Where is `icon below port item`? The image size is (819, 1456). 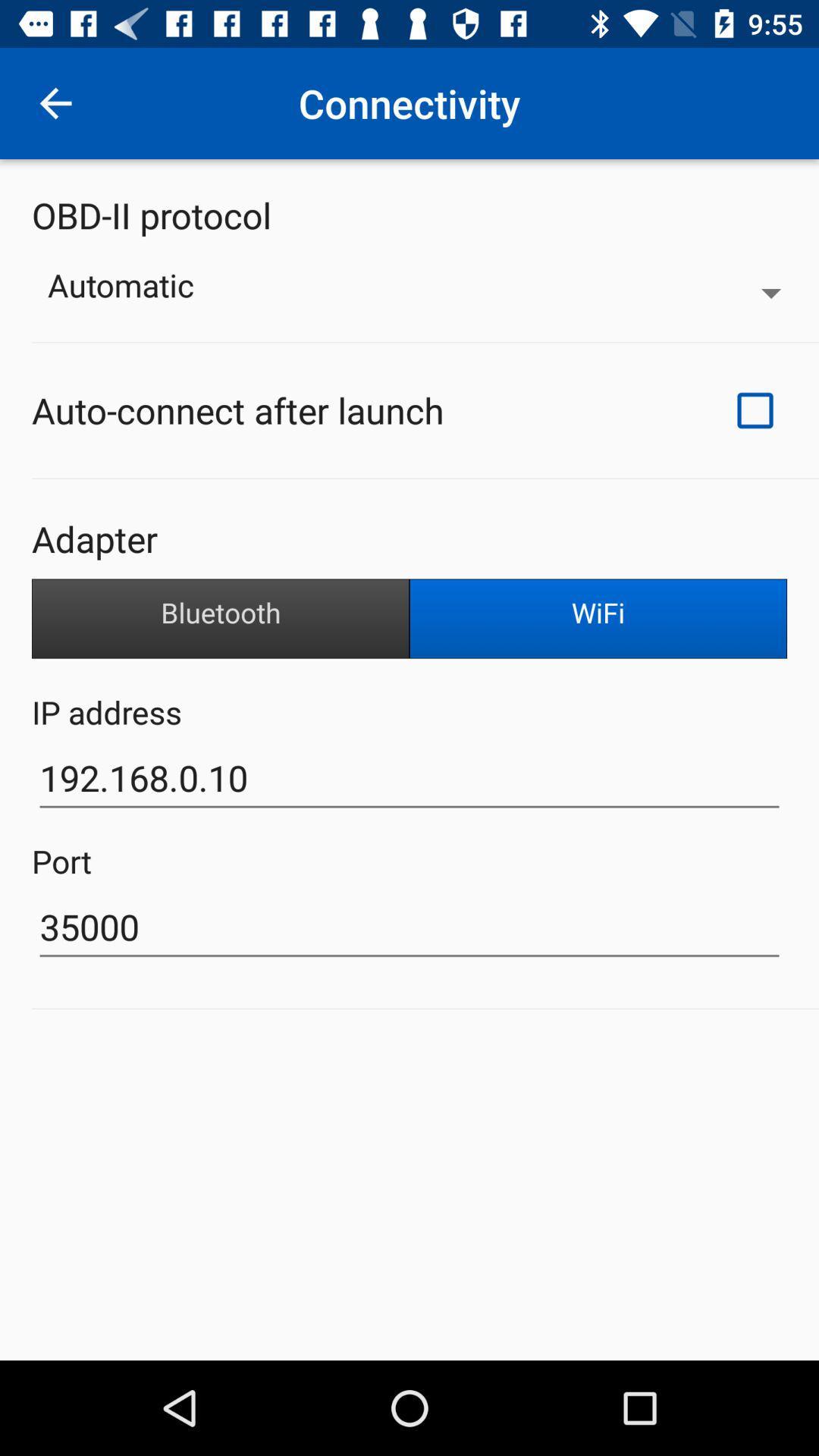
icon below port item is located at coordinates (409, 927).